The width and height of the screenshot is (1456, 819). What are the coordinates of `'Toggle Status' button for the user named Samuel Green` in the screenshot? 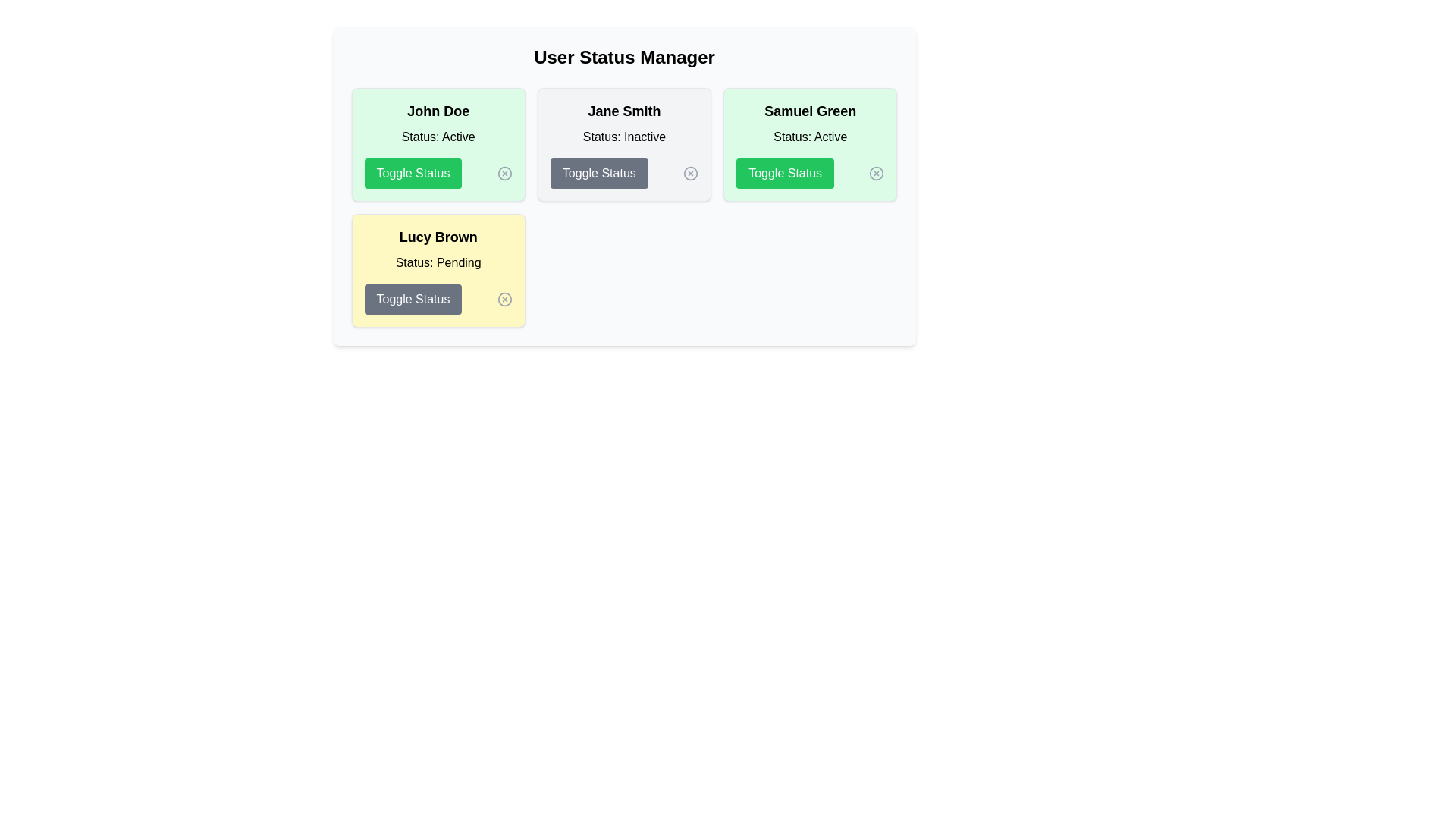 It's located at (785, 172).